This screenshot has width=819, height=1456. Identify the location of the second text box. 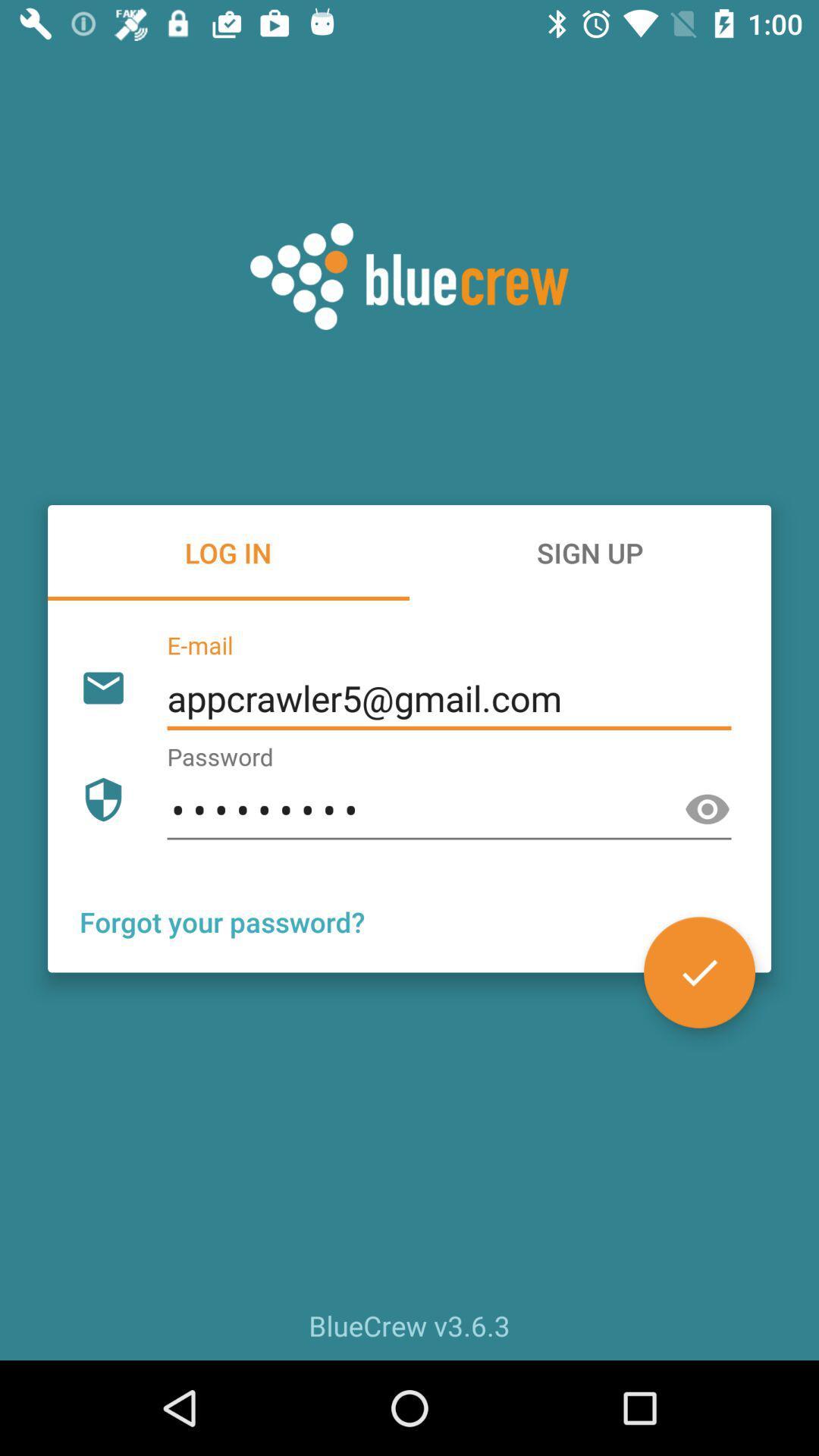
(448, 810).